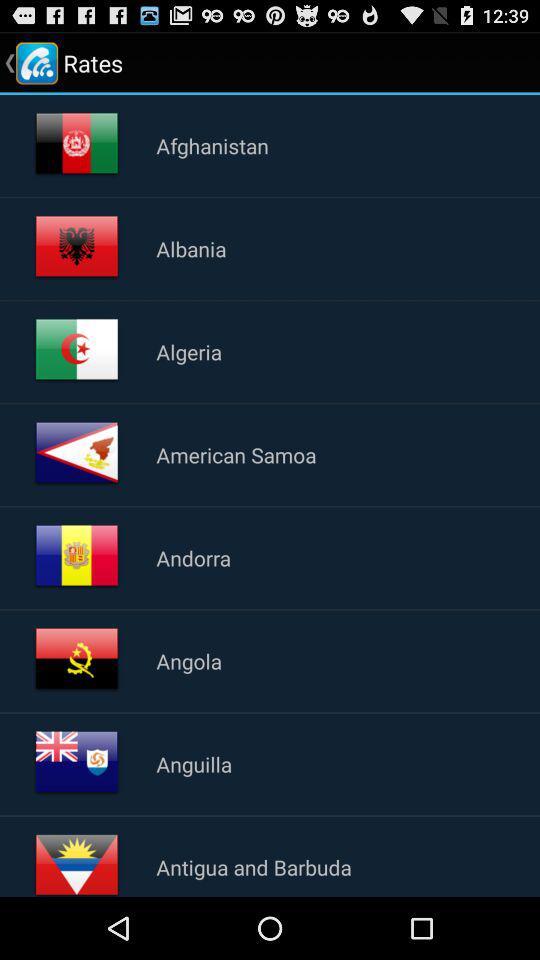  I want to click on the antigua and barbuda icon, so click(254, 866).